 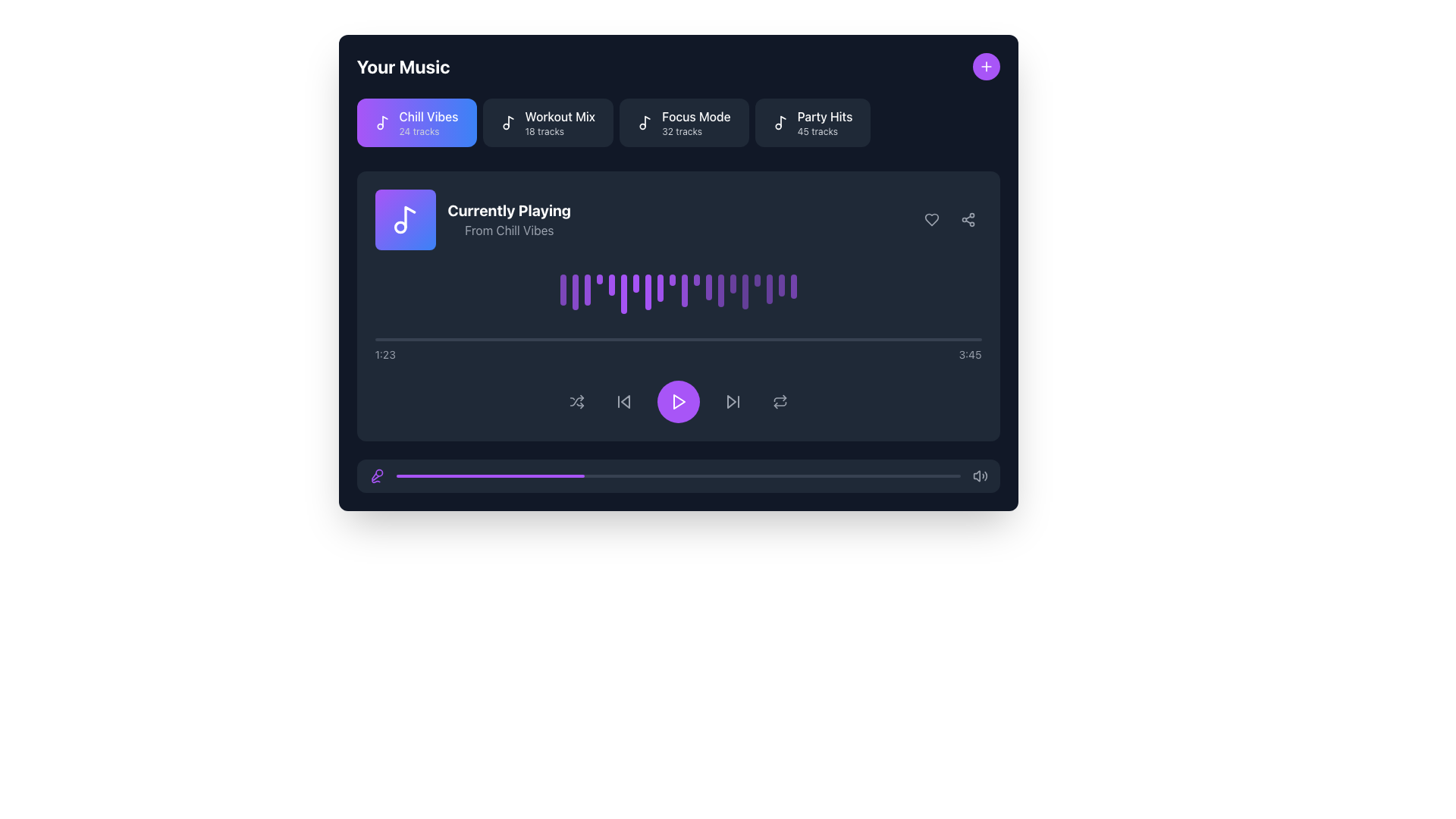 I want to click on the animation of the 14th vertical waveform bar, which is a solid purple rectangular bar with rounded corners, located in the 'Currently Playing' section, so click(x=720, y=290).